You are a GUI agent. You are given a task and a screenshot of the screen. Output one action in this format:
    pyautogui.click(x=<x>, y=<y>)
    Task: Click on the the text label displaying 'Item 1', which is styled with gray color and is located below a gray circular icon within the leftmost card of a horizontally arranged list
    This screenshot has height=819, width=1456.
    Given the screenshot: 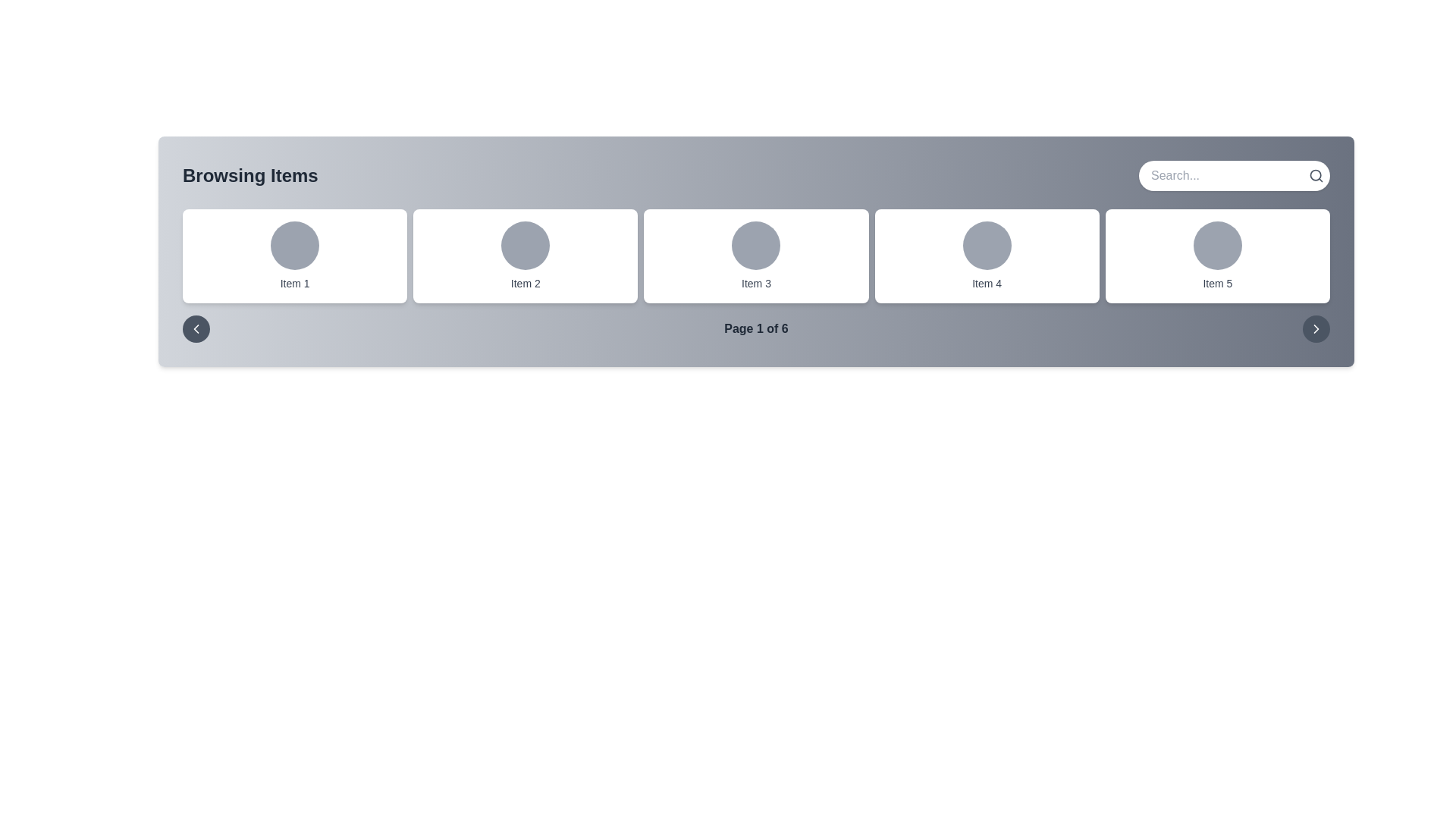 What is the action you would take?
    pyautogui.click(x=295, y=284)
    